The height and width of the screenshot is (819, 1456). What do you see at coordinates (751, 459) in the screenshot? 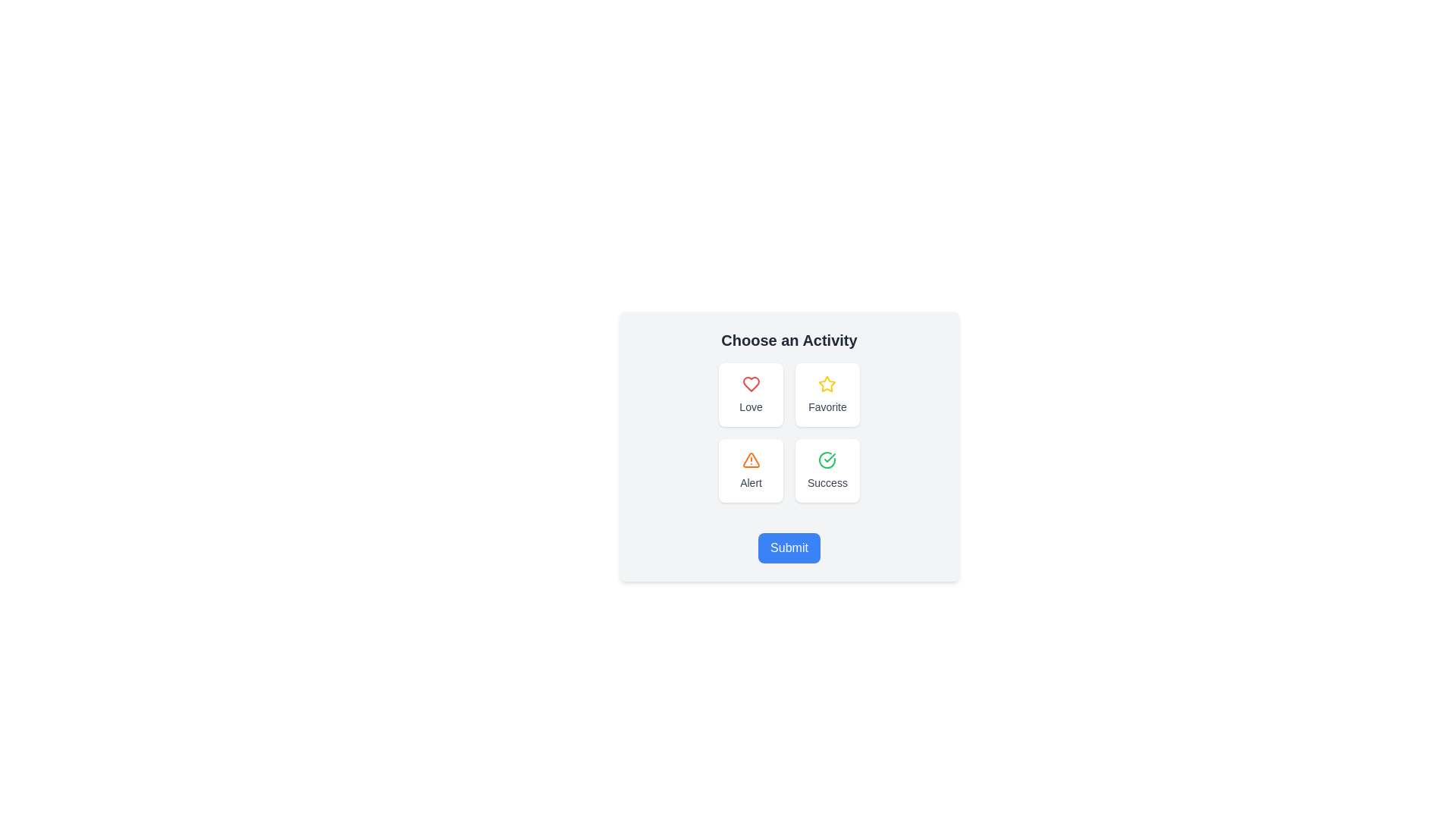
I see `the orange-yellow alert icon located at the top-center of the 'Alert' option, directly above the text 'Alert'` at bounding box center [751, 459].